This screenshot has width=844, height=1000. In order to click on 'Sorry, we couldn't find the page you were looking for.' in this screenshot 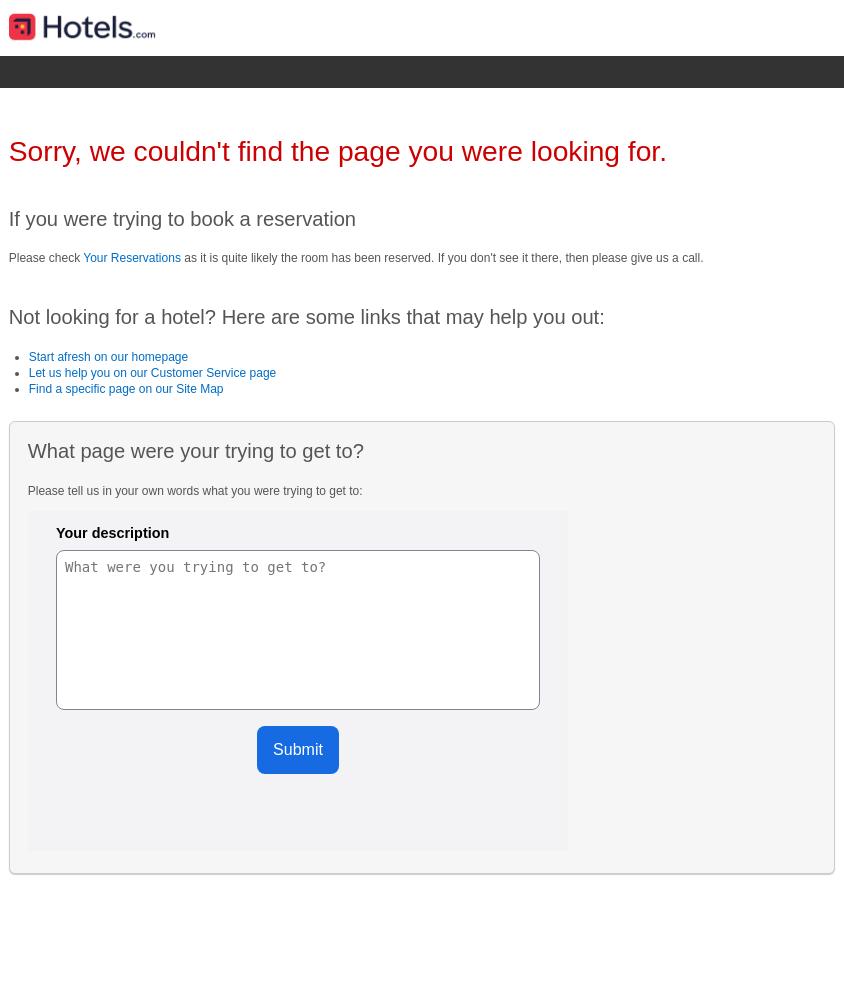, I will do `click(337, 151)`.